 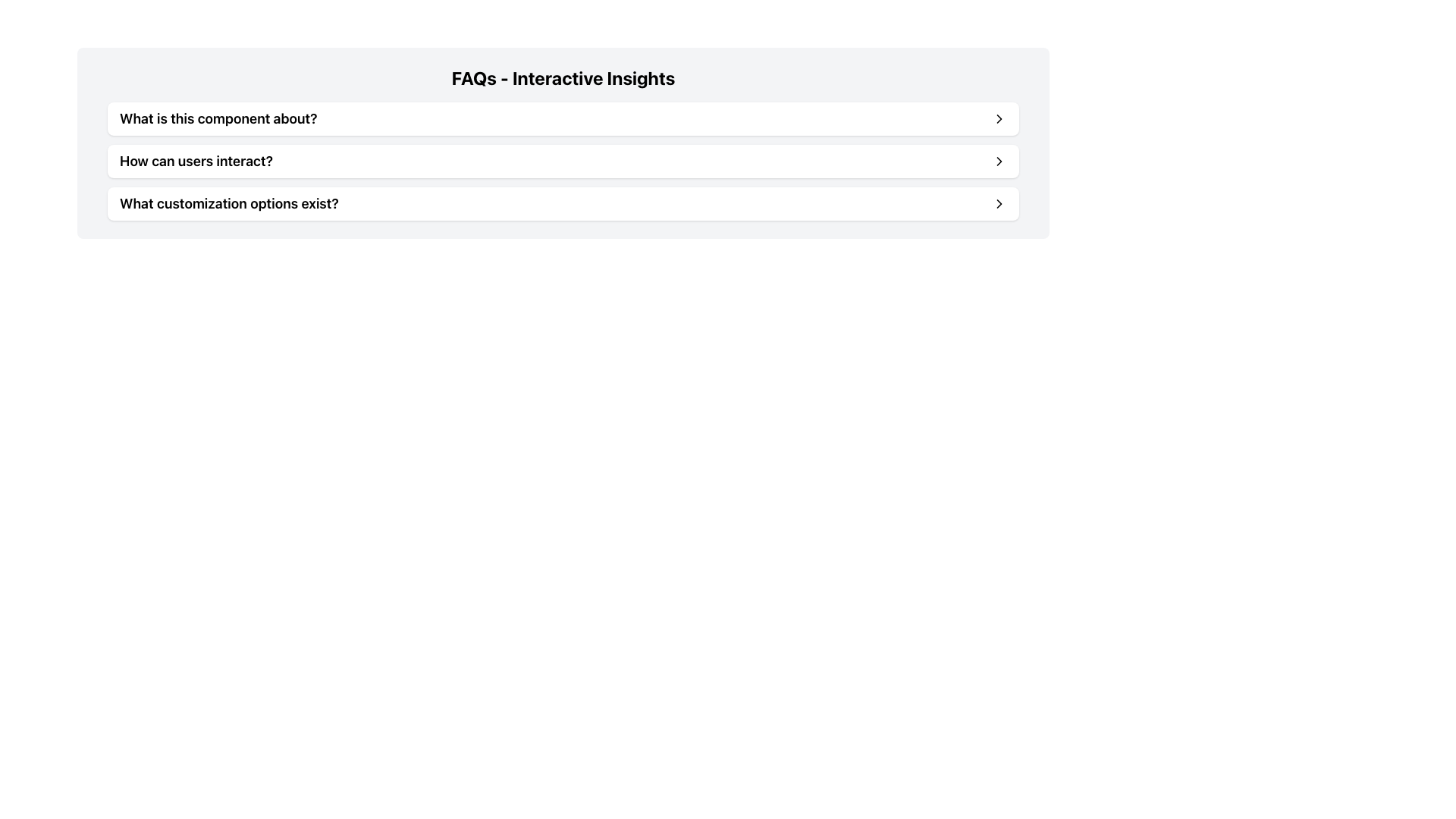 I want to click on the first interactive list item in the FAQs section, so click(x=563, y=118).